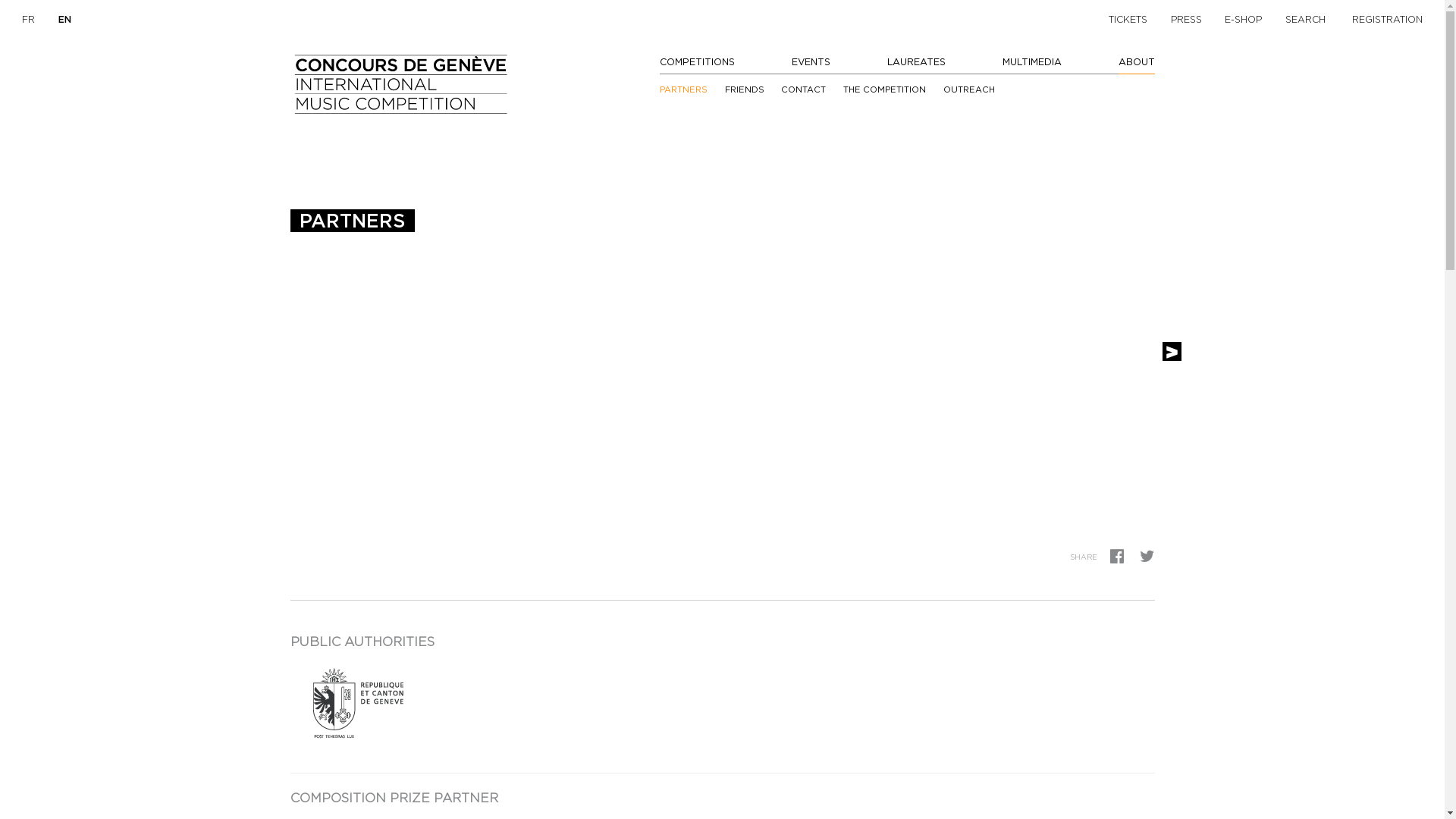 The width and height of the screenshot is (1456, 819). What do you see at coordinates (1387, 19) in the screenshot?
I see `'REGISTRATION'` at bounding box center [1387, 19].